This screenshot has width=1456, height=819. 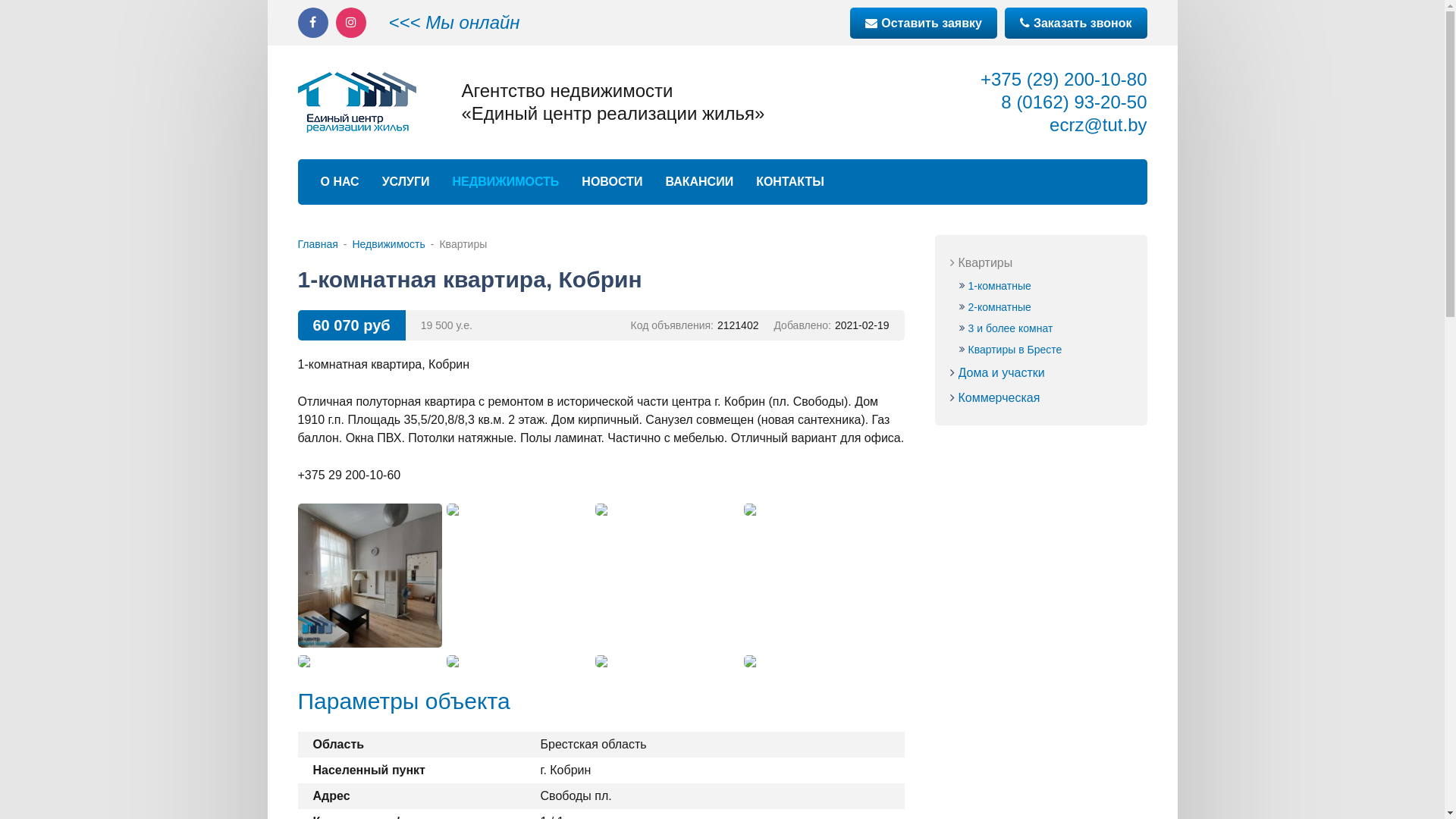 I want to click on '+375 (29) 200-10-80', so click(x=1062, y=79).